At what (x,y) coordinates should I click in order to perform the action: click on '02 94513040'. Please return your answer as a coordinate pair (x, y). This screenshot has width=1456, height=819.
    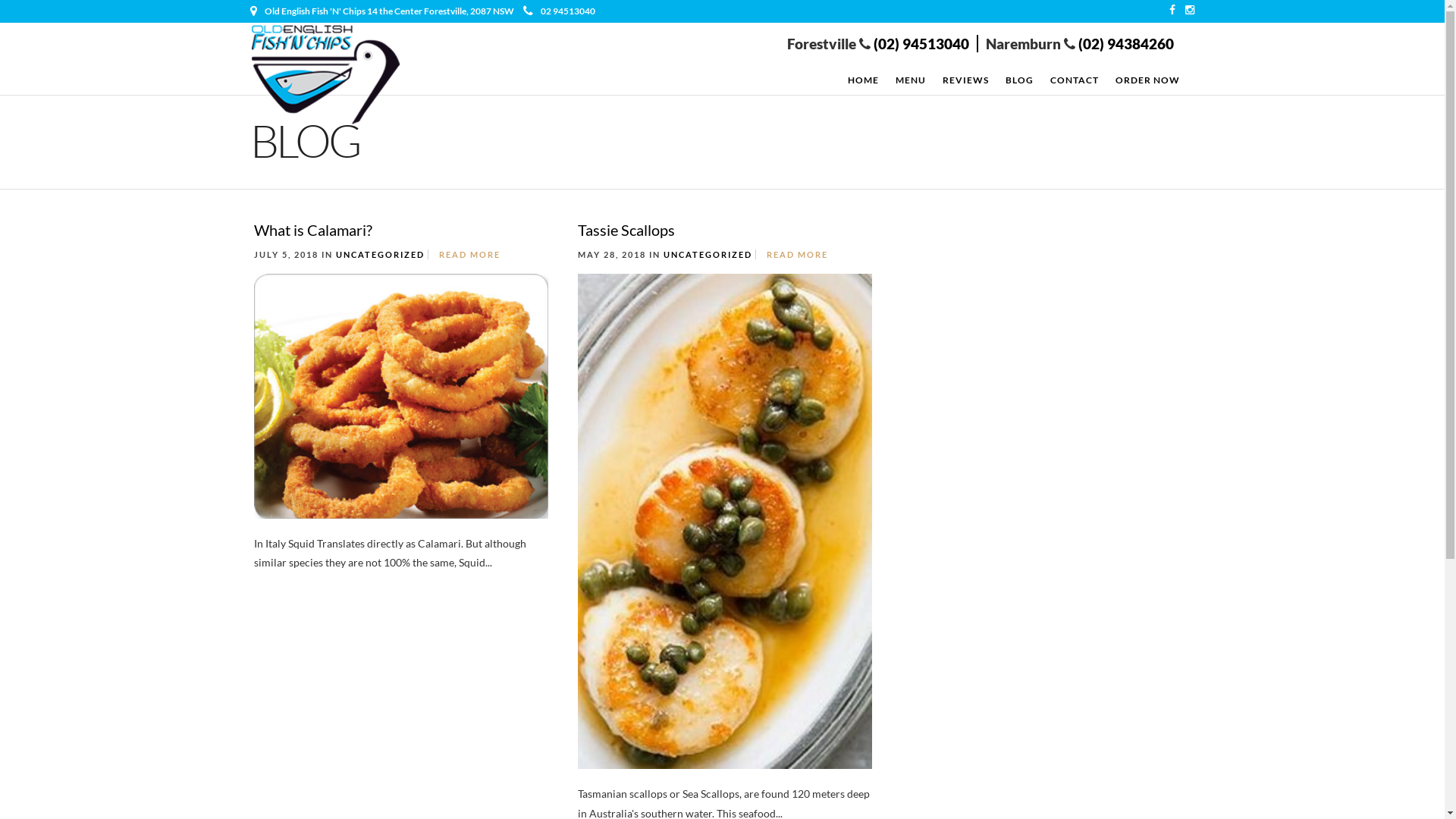
    Looking at the image, I should click on (558, 11).